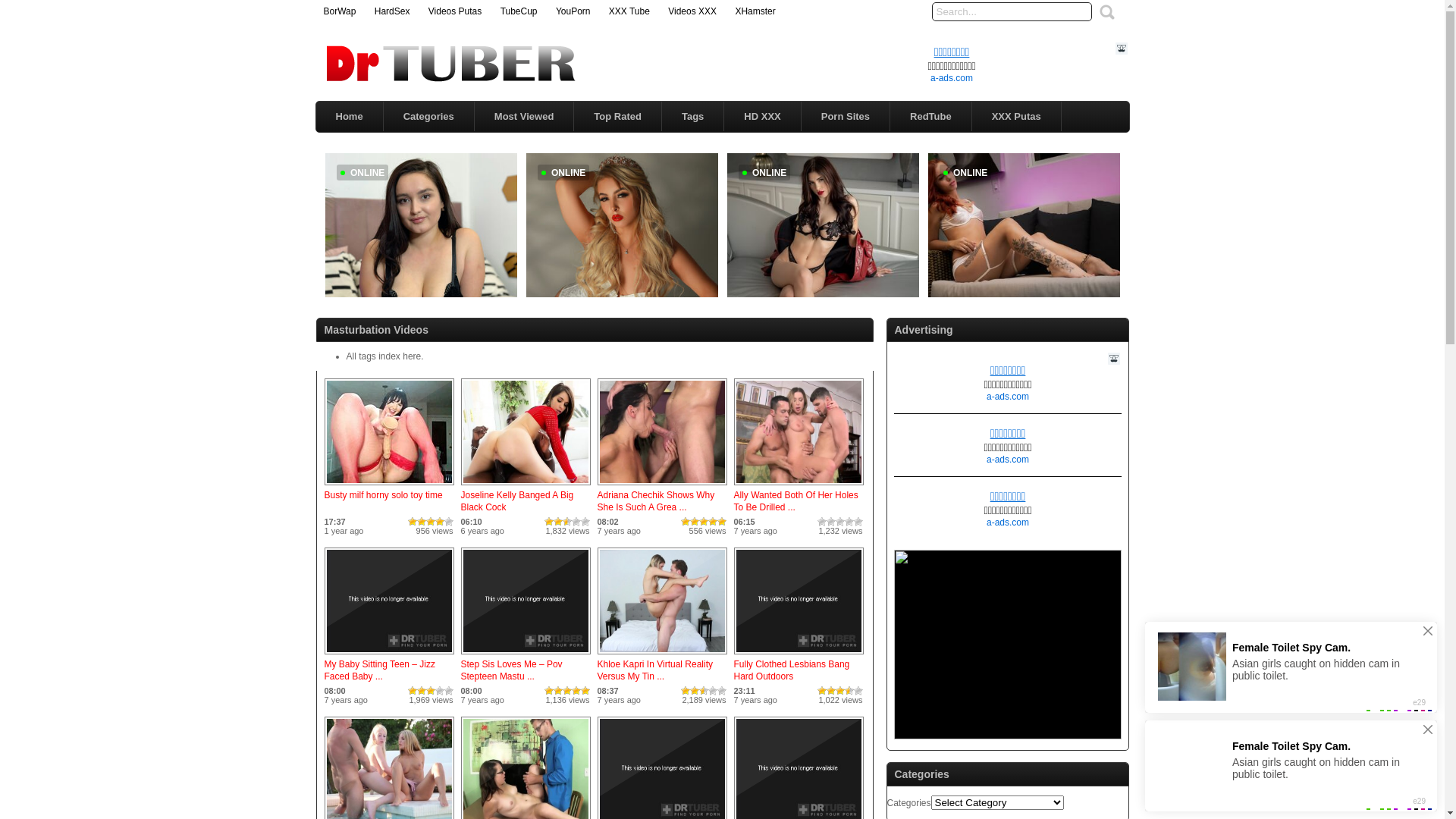  What do you see at coordinates (656, 500) in the screenshot?
I see `'Adriana Chechik Shows Why She Is Such A Grea ...'` at bounding box center [656, 500].